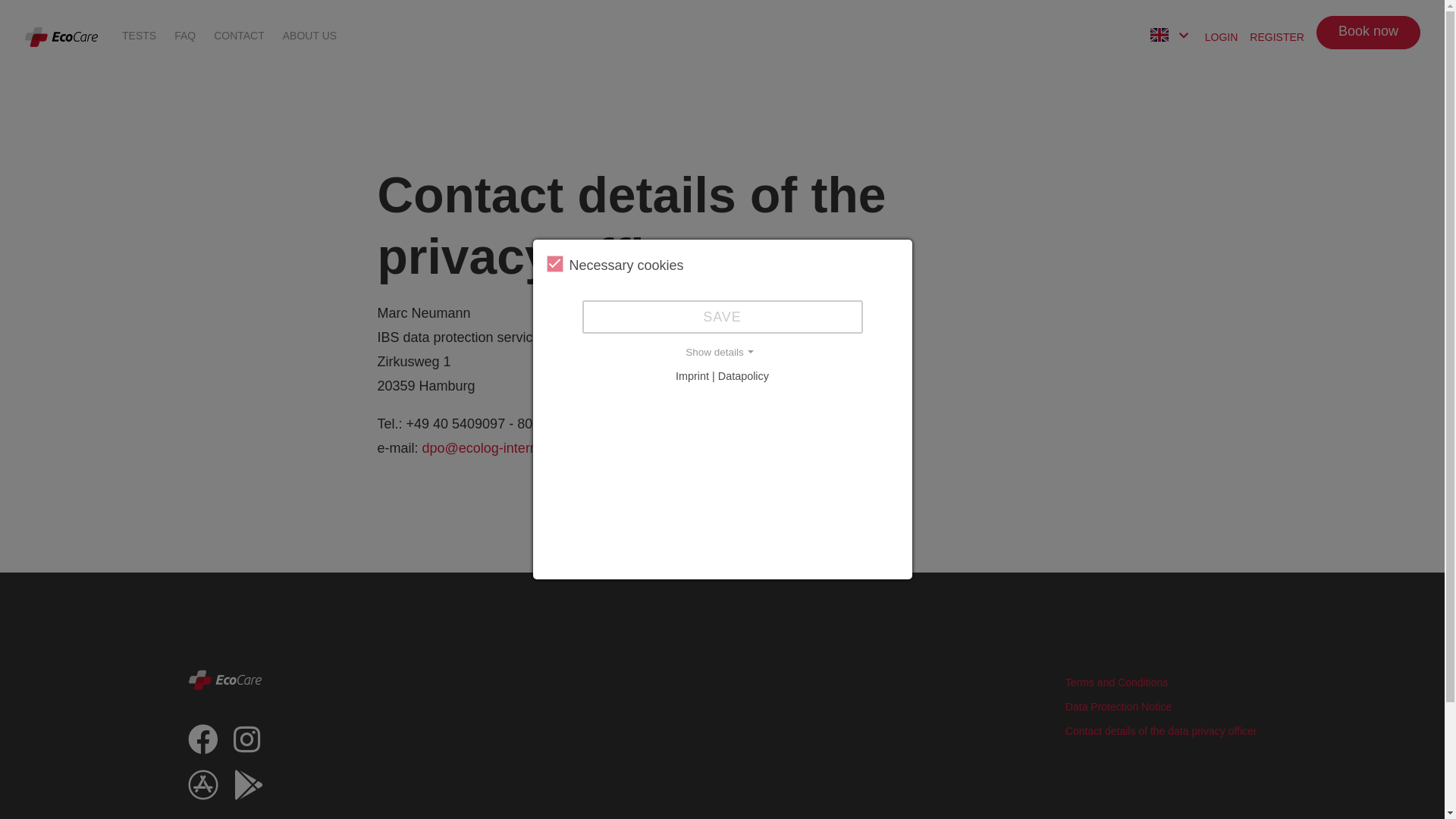 The height and width of the screenshot is (819, 1456). I want to click on 'SAVE', so click(722, 315).